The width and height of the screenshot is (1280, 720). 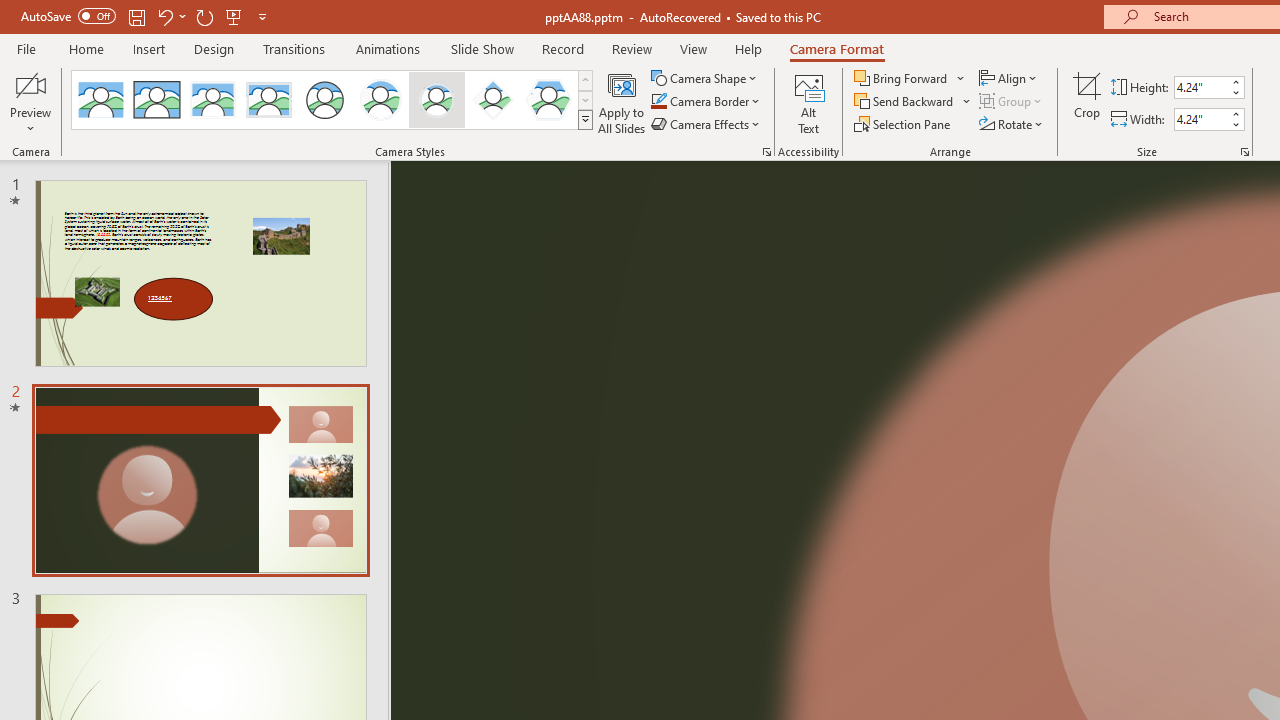 I want to click on 'Slide', so click(x=200, y=480).